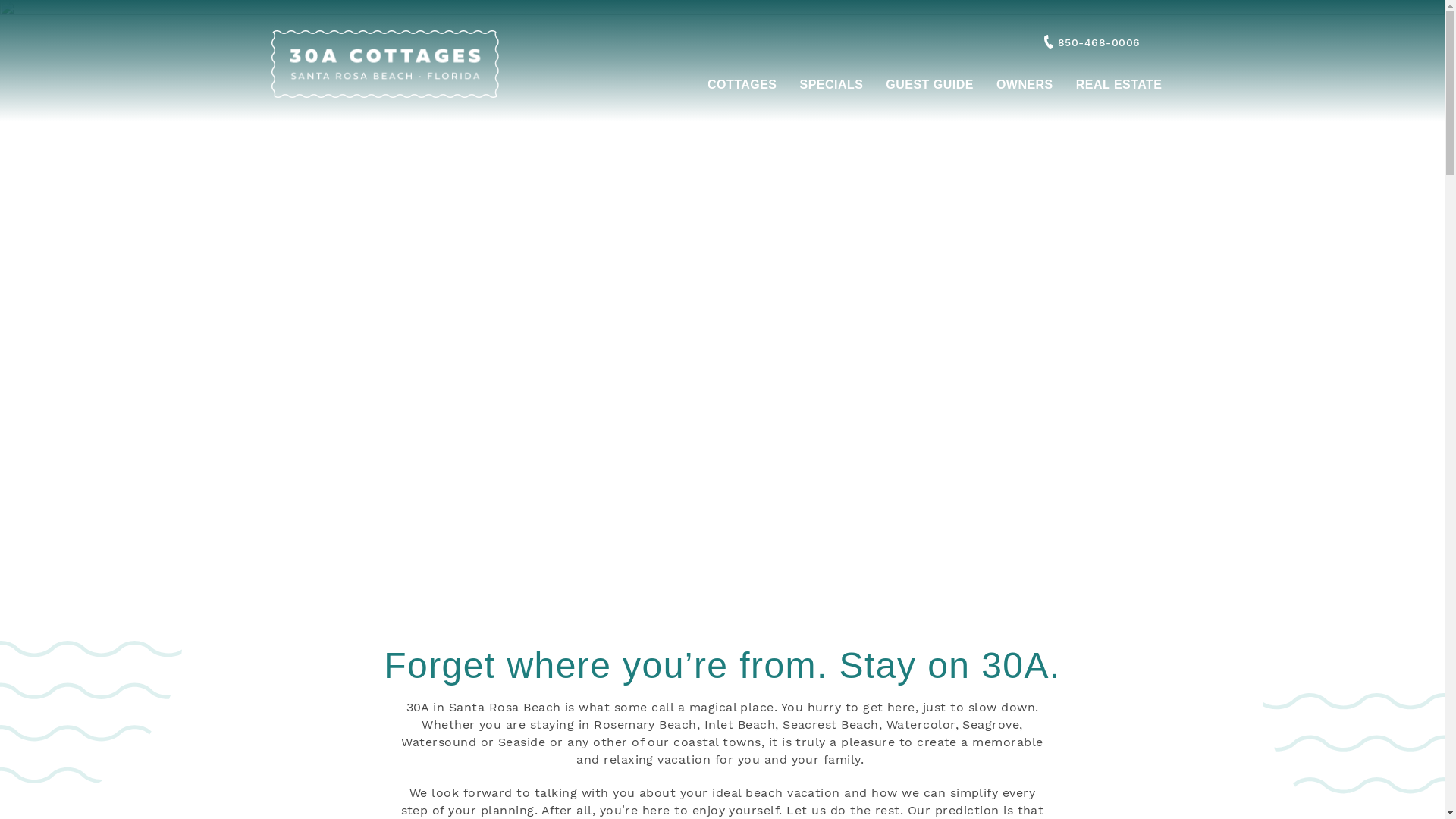 The width and height of the screenshot is (1456, 819). Describe the element at coordinates (1087, 42) in the screenshot. I see `'850-468-0006'` at that location.